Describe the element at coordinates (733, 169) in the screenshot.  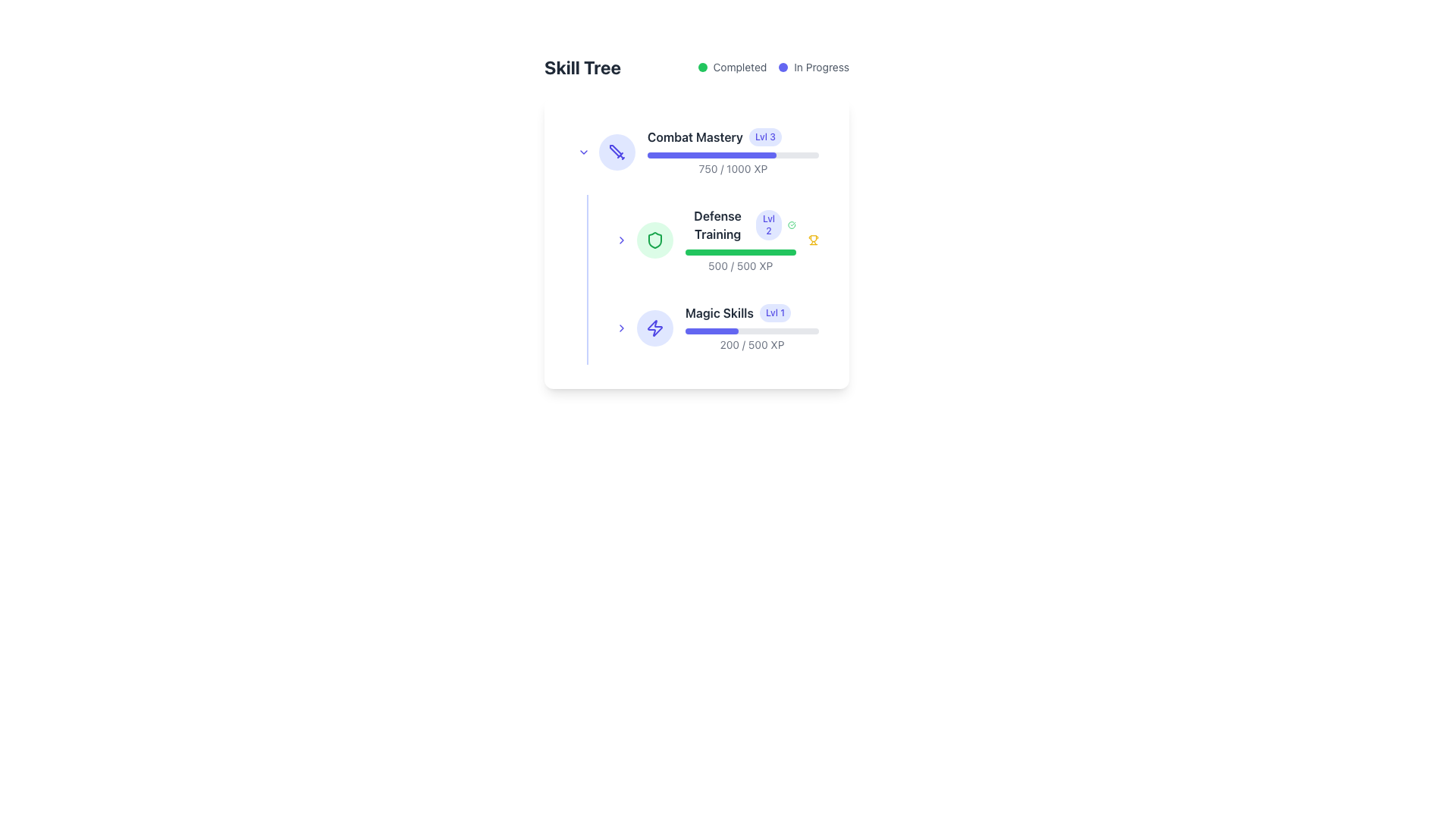
I see `text label displaying '750 / 1000 XP' located near the bottom of the 'Combat Mastery' section, beneath the progress bar` at that location.